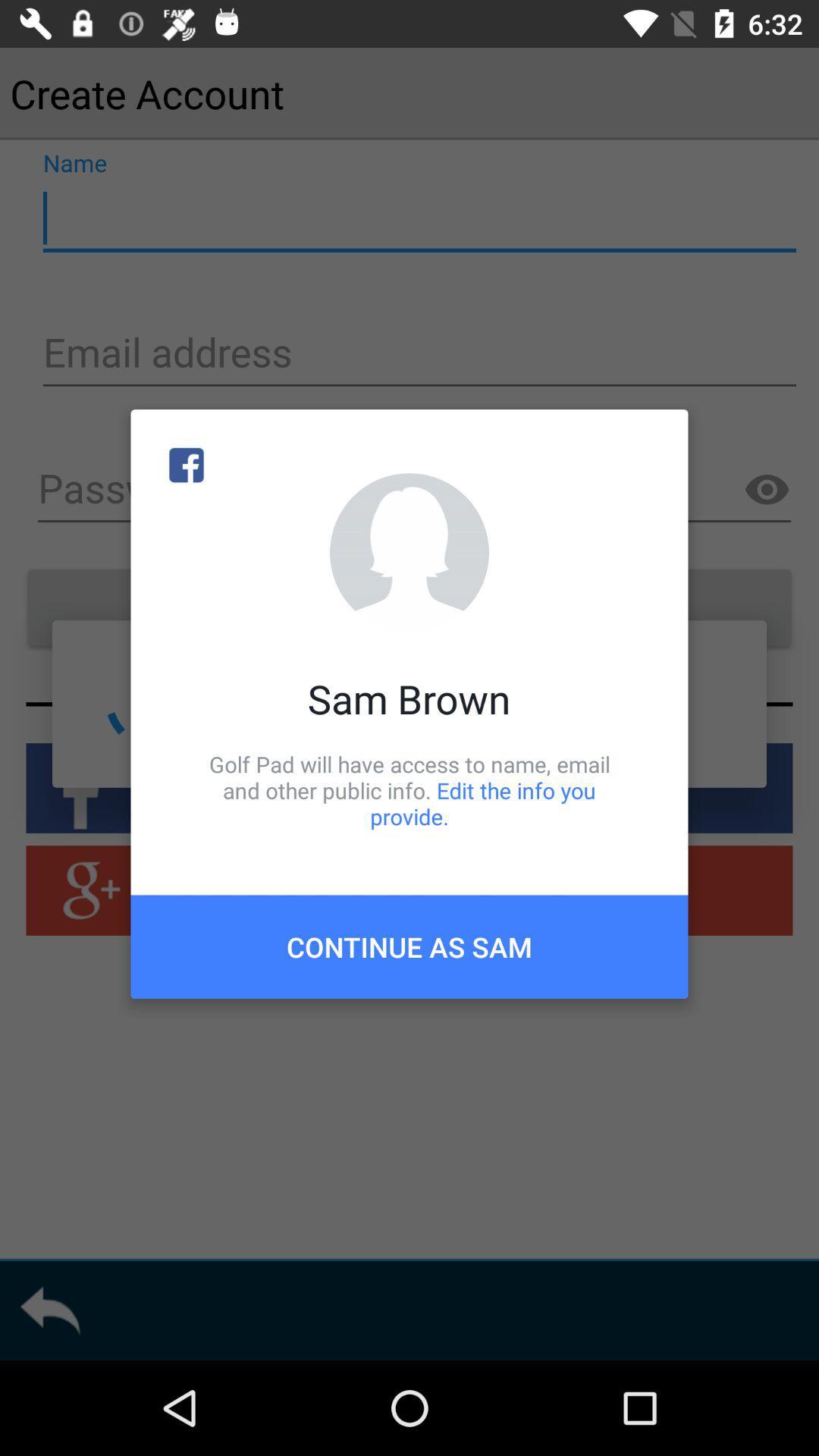  Describe the element at coordinates (409, 946) in the screenshot. I see `item below golf pad will icon` at that location.